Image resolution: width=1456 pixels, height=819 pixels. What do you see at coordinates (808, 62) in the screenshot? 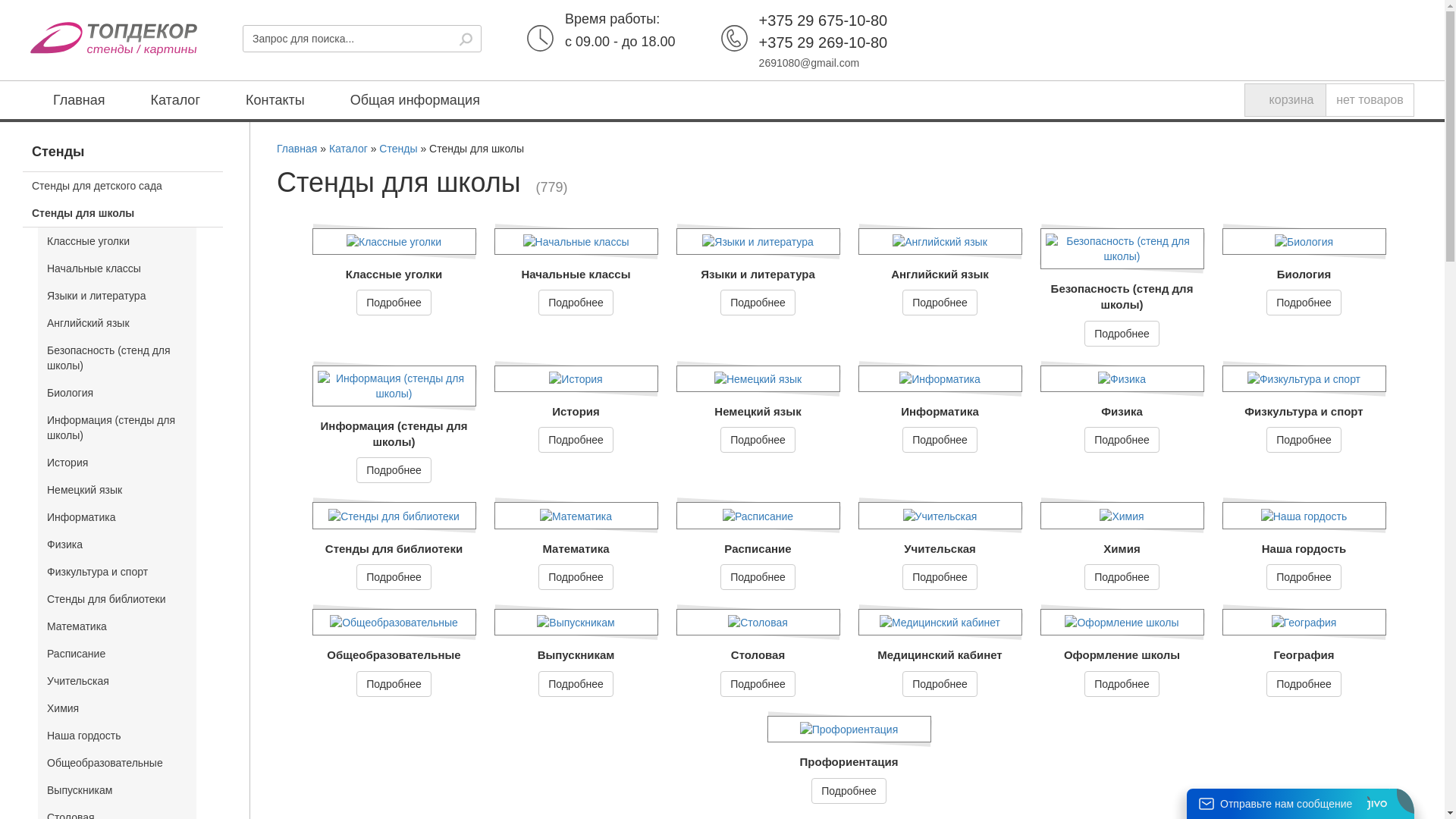
I see `'2691080@gmail.com'` at bounding box center [808, 62].